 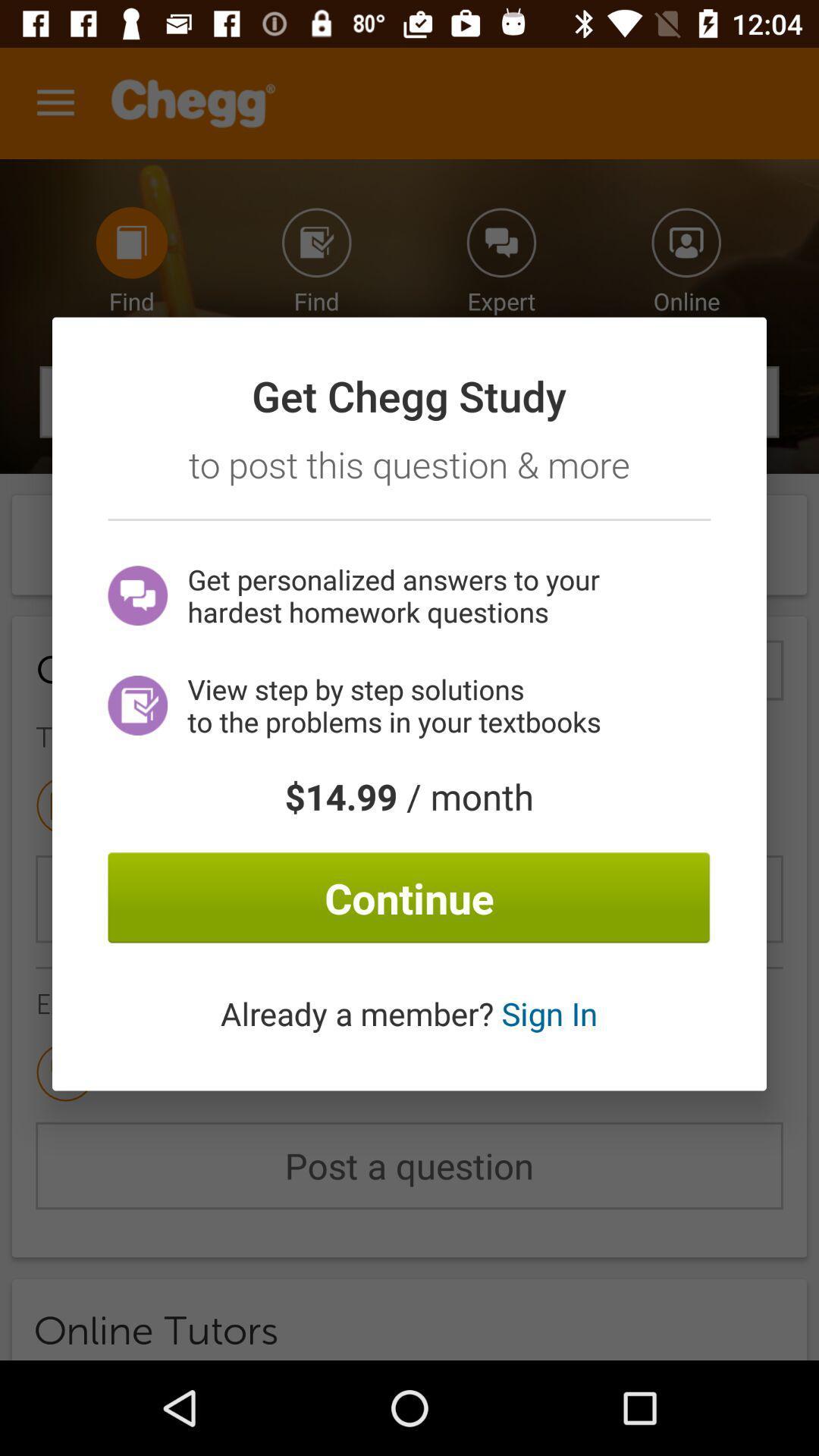 I want to click on icon below continue icon, so click(x=408, y=1013).